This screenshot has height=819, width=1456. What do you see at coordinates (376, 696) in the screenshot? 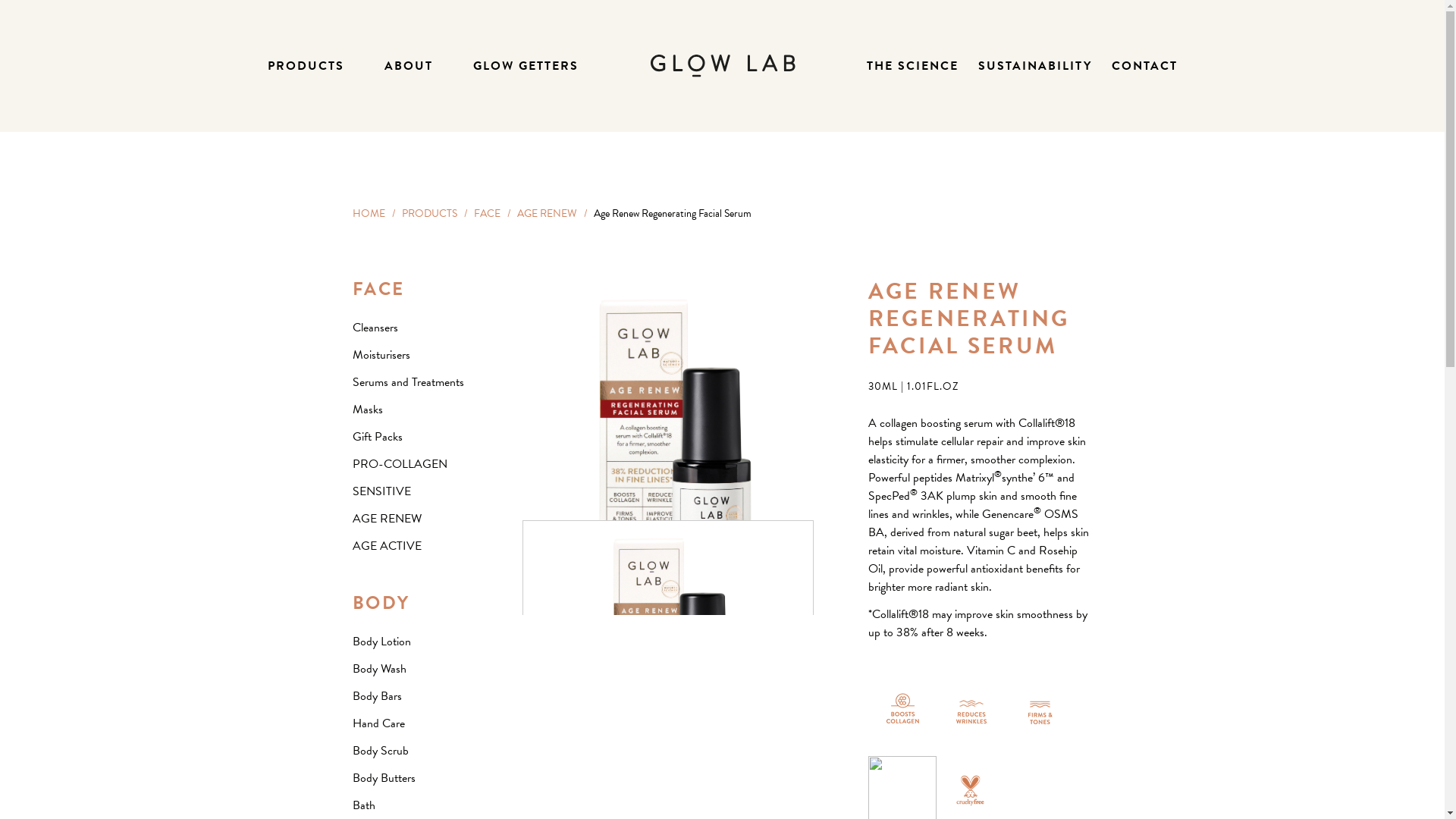
I see `'Body Bars'` at bounding box center [376, 696].